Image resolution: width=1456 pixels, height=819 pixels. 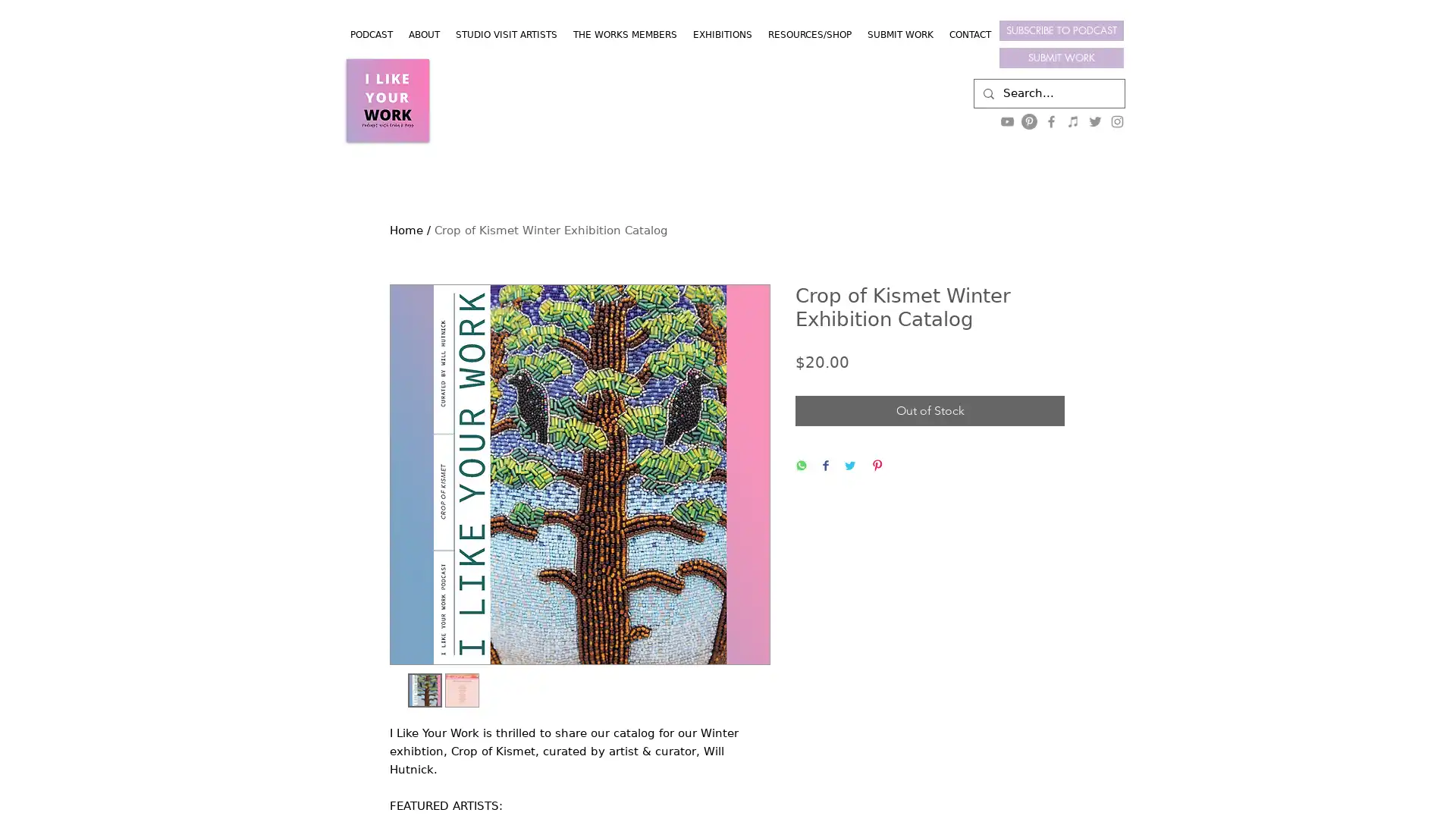 I want to click on Out of Stock, so click(x=929, y=411).